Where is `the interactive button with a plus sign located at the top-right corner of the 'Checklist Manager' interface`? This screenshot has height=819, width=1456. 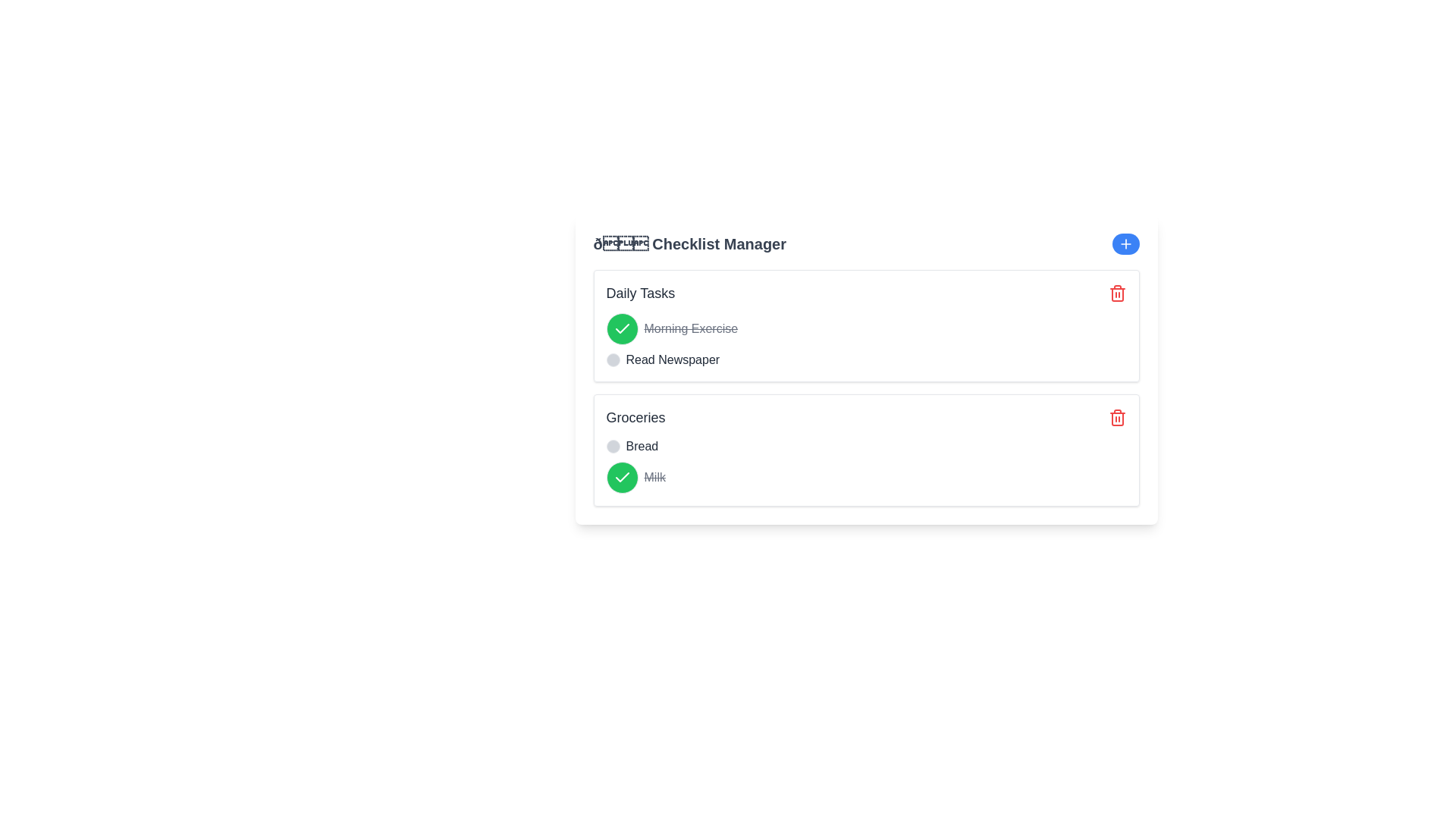 the interactive button with a plus sign located at the top-right corner of the 'Checklist Manager' interface is located at coordinates (1125, 243).